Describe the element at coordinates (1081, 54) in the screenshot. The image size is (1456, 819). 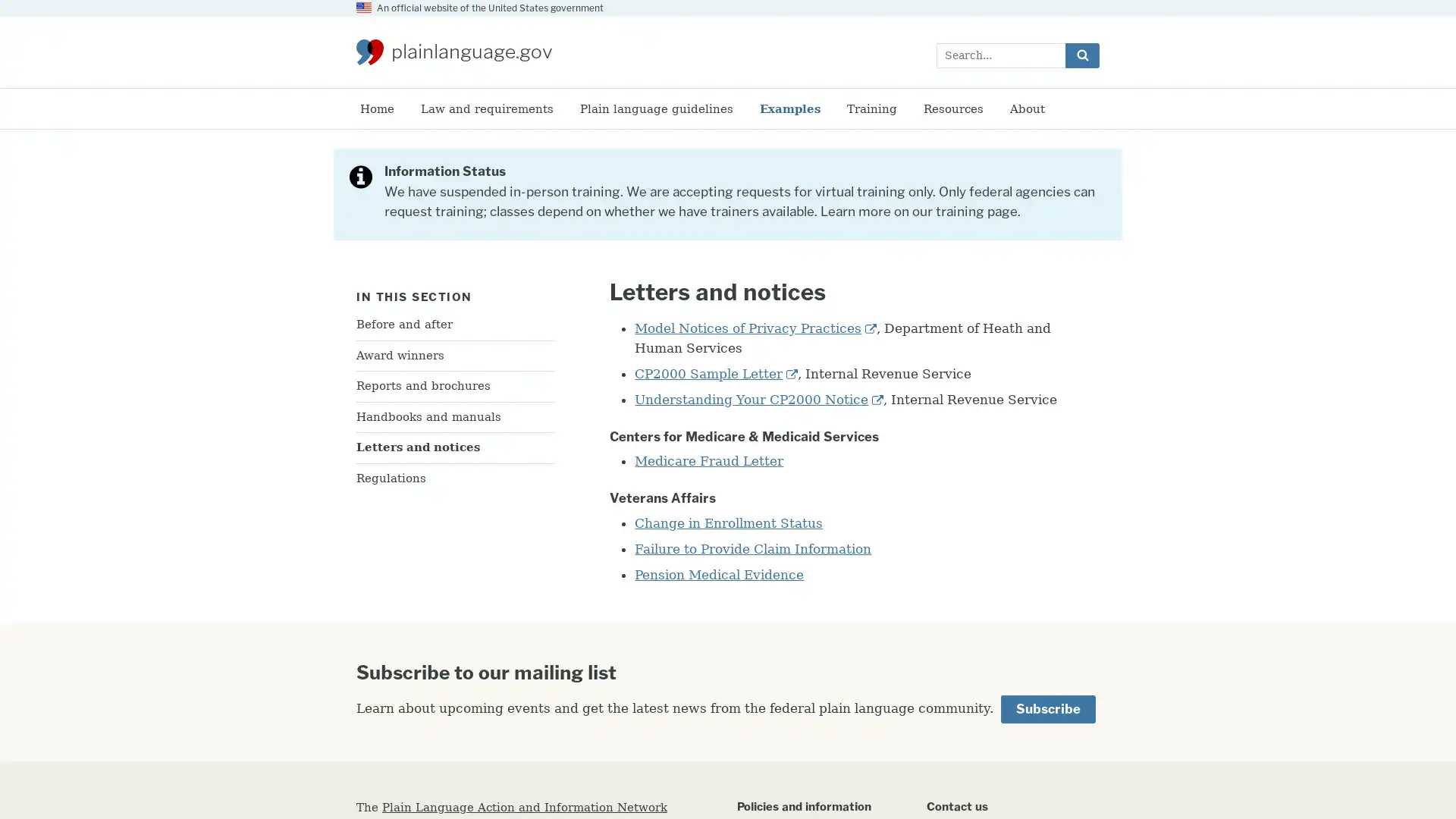
I see `Search` at that location.